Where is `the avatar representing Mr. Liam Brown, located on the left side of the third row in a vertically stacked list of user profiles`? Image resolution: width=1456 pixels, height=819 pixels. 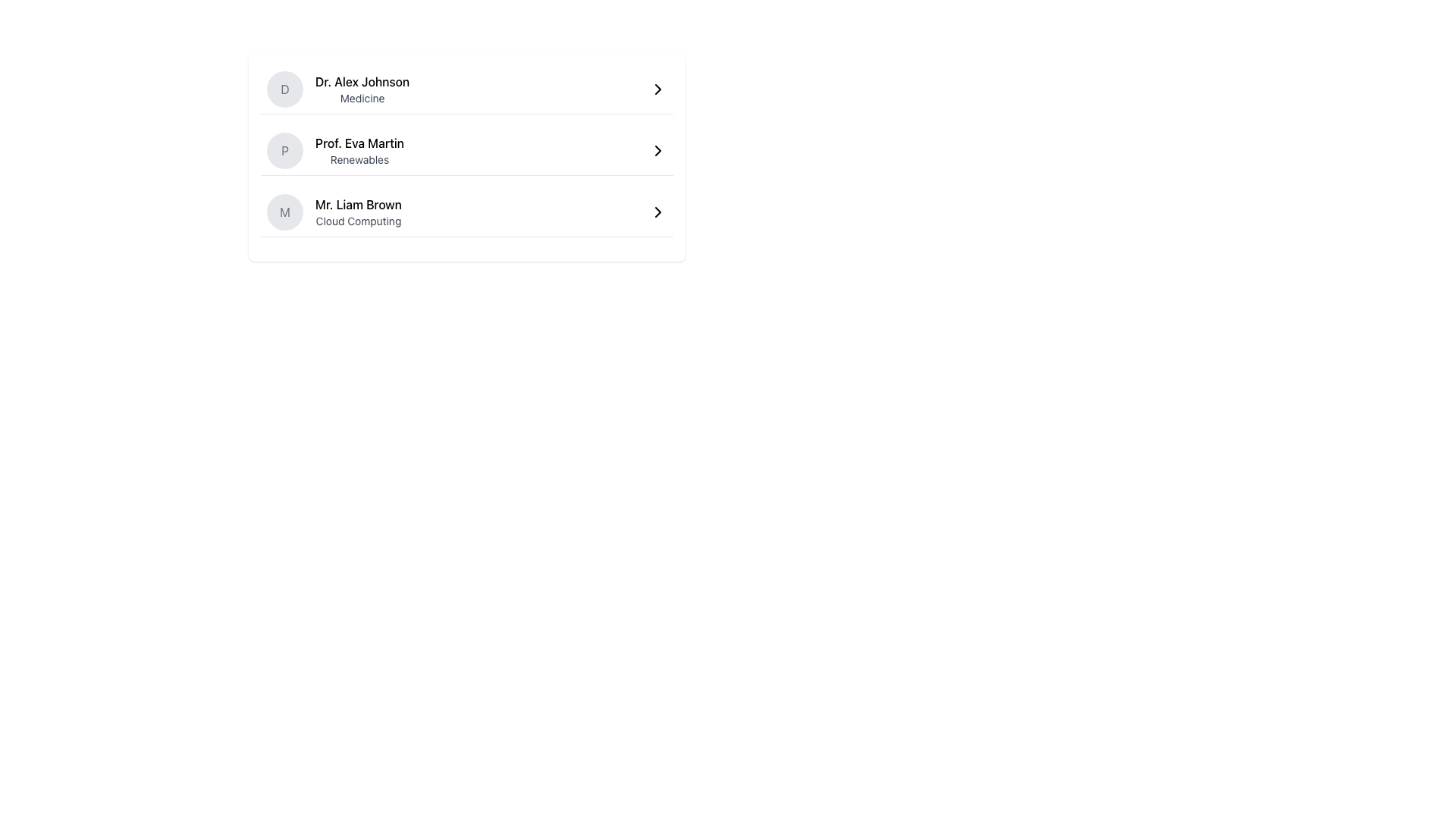 the avatar representing Mr. Liam Brown, located on the left side of the third row in a vertically stacked list of user profiles is located at coordinates (284, 212).